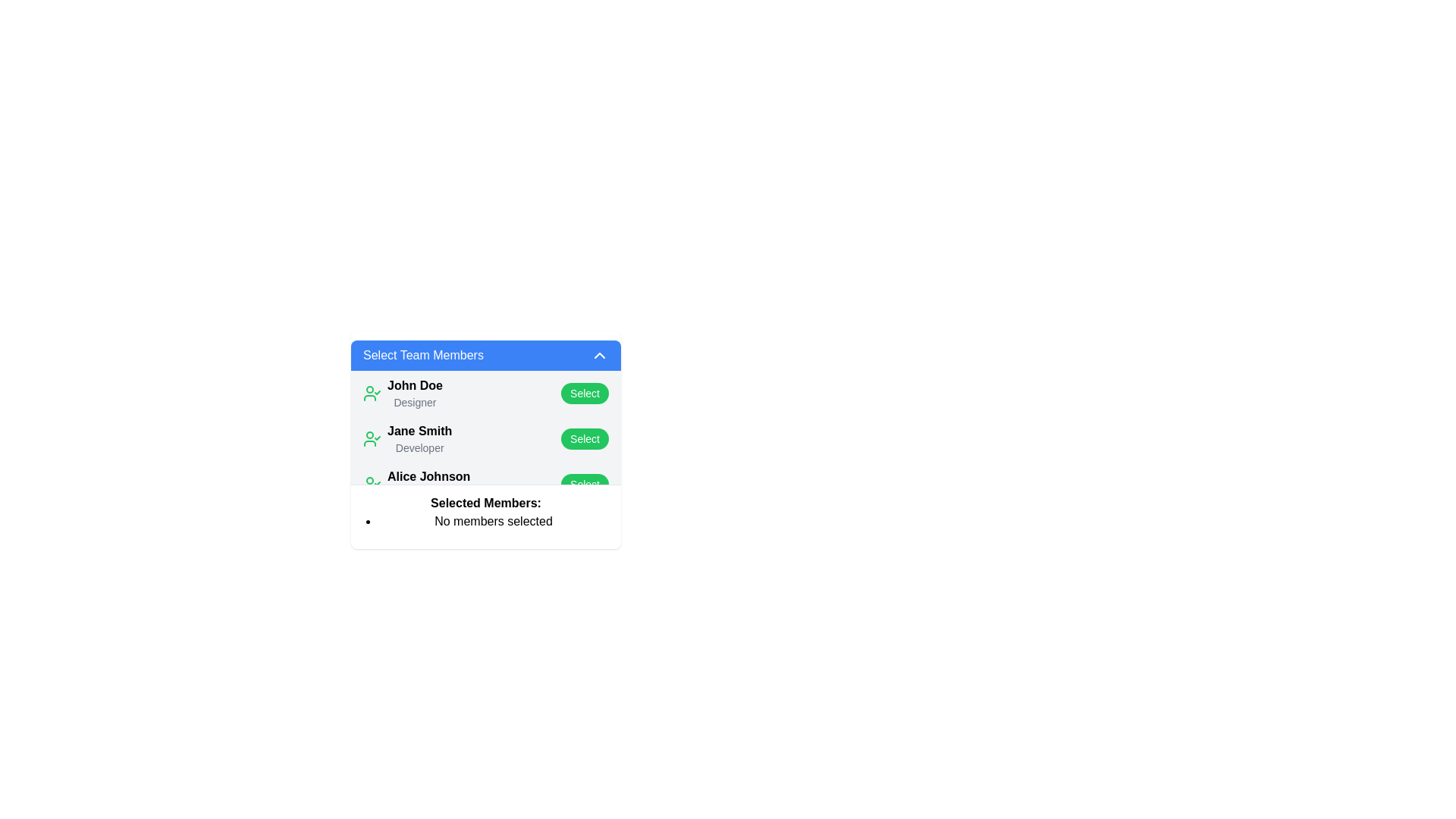 The width and height of the screenshot is (1456, 819). I want to click on text displayed in the Text Display element that shows 'No members selected' in the 'Selected Members:' section, so click(494, 520).